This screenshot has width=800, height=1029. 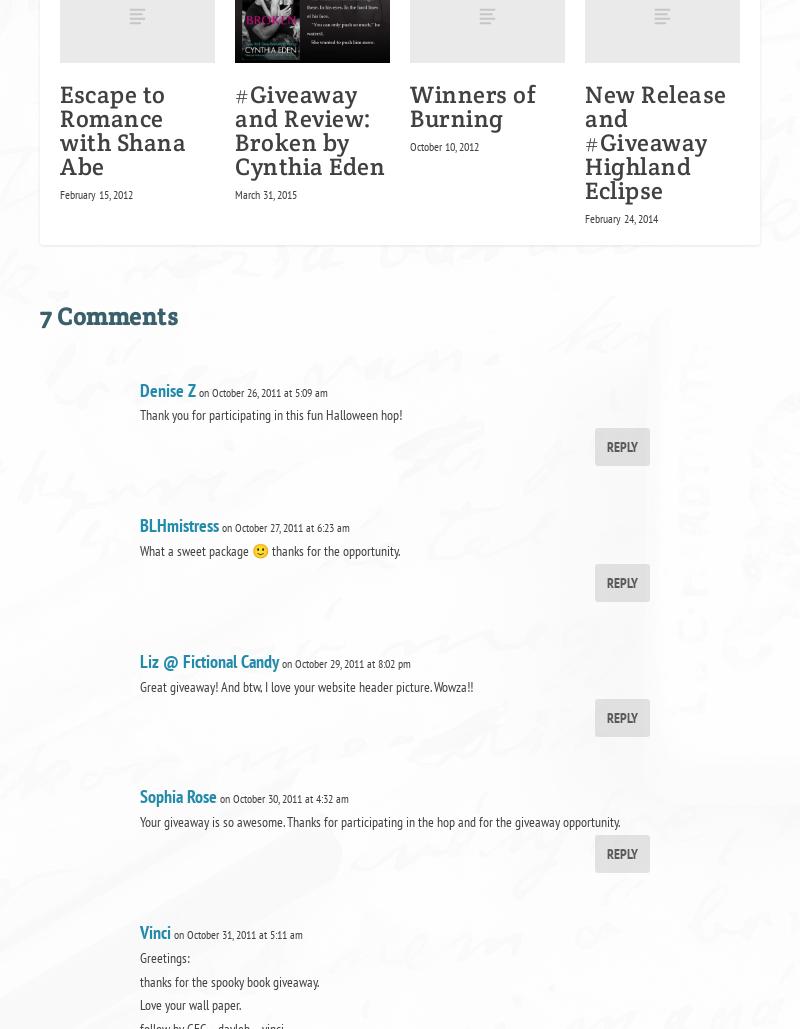 What do you see at coordinates (284, 798) in the screenshot?
I see `'on October 30, 2011 at 4:32 am'` at bounding box center [284, 798].